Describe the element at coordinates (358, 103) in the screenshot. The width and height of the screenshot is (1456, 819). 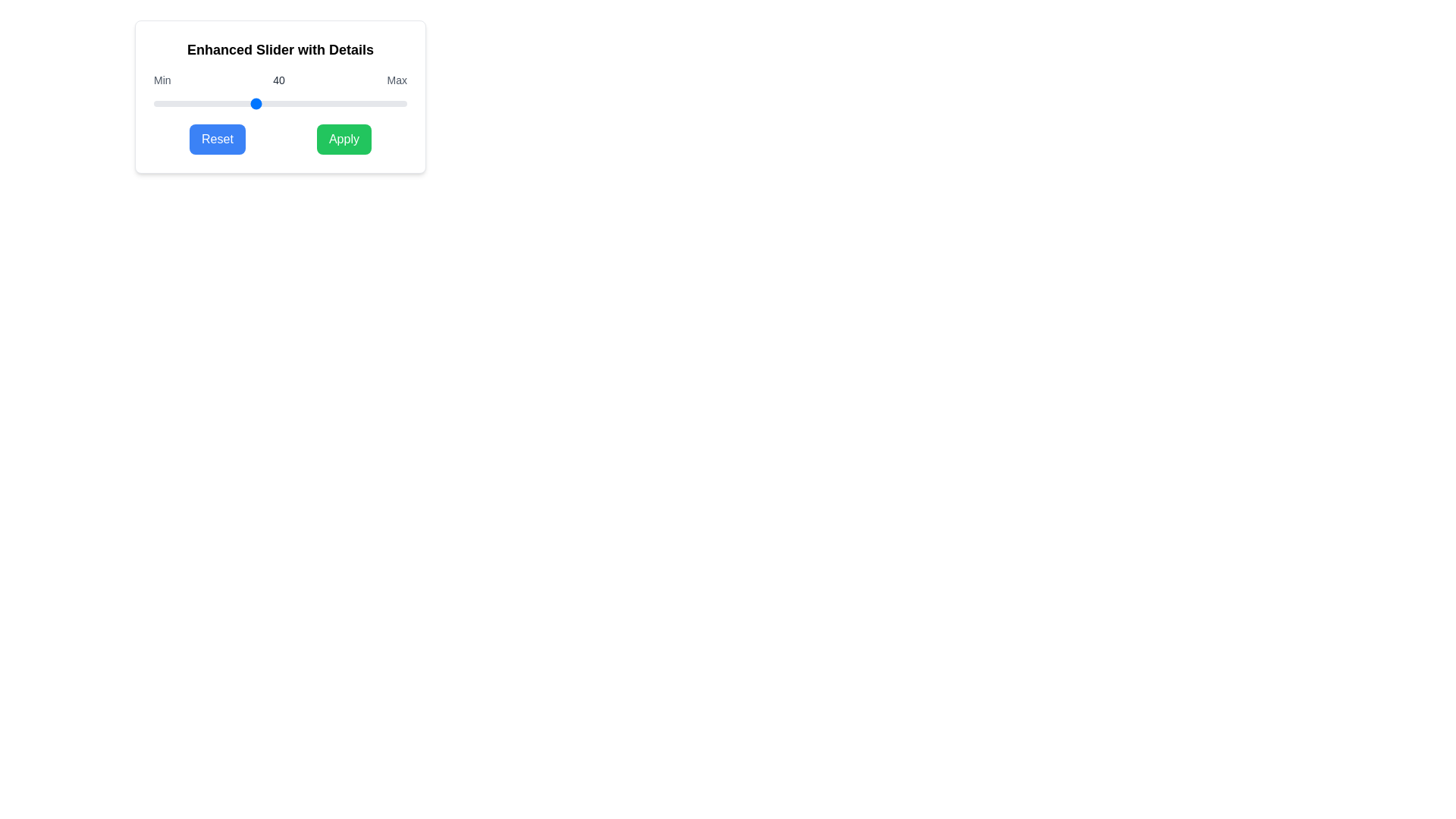
I see `the slider` at that location.